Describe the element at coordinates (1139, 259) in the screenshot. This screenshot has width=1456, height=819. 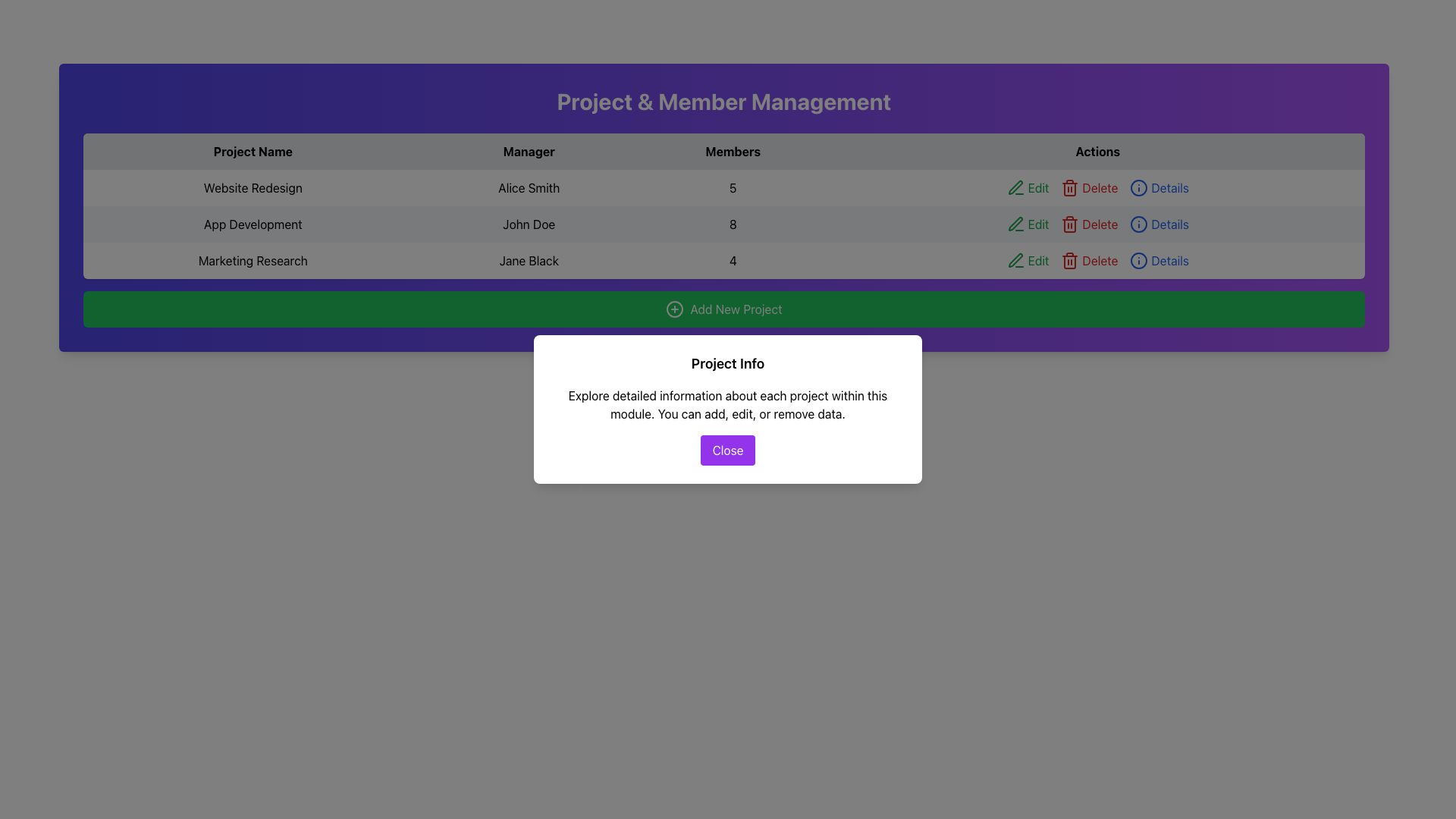
I see `the circular SVG graphic element representing the 'Details' icon in the 'Actions' column of the 'Marketing Research' row in the table` at that location.